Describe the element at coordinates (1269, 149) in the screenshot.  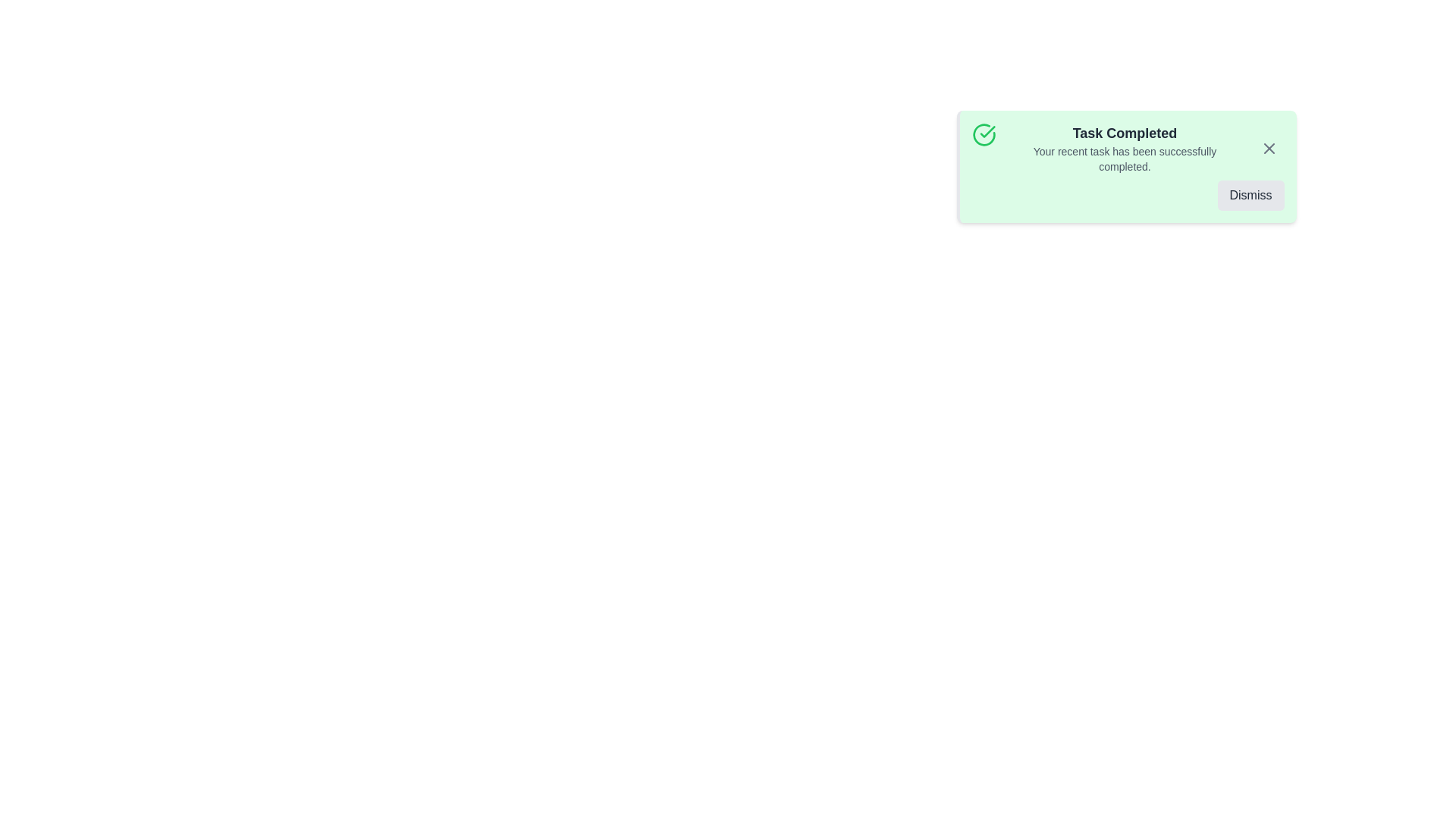
I see `the close button on the notification banner` at that location.